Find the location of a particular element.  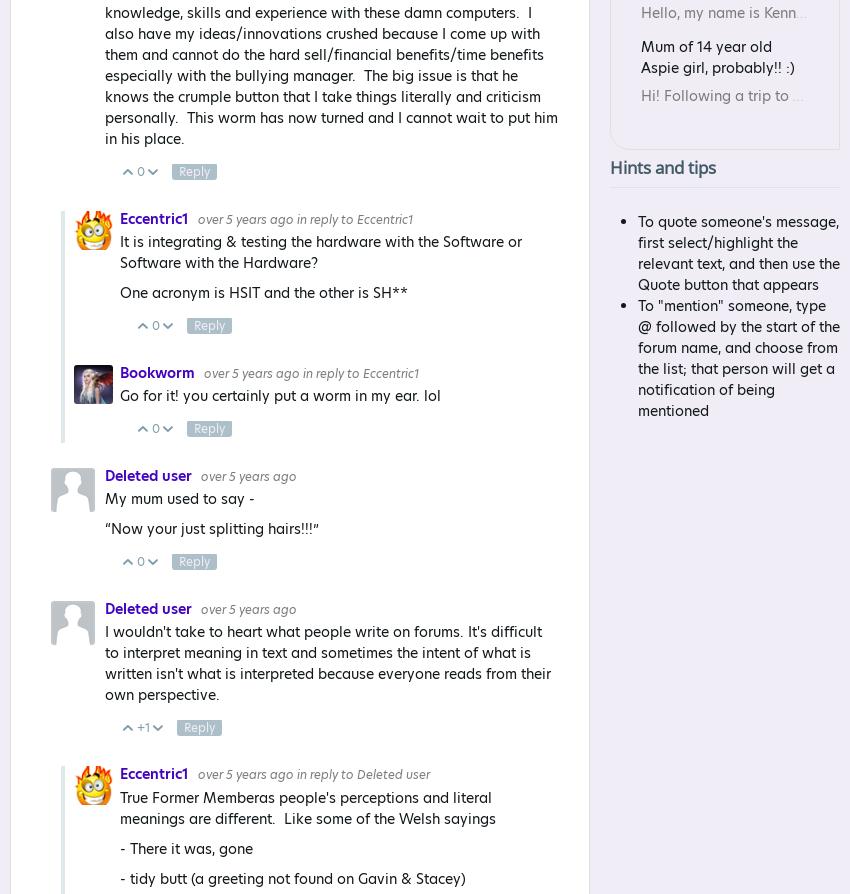

'One acronym is HSIT and the other is SH**' is located at coordinates (263, 293).